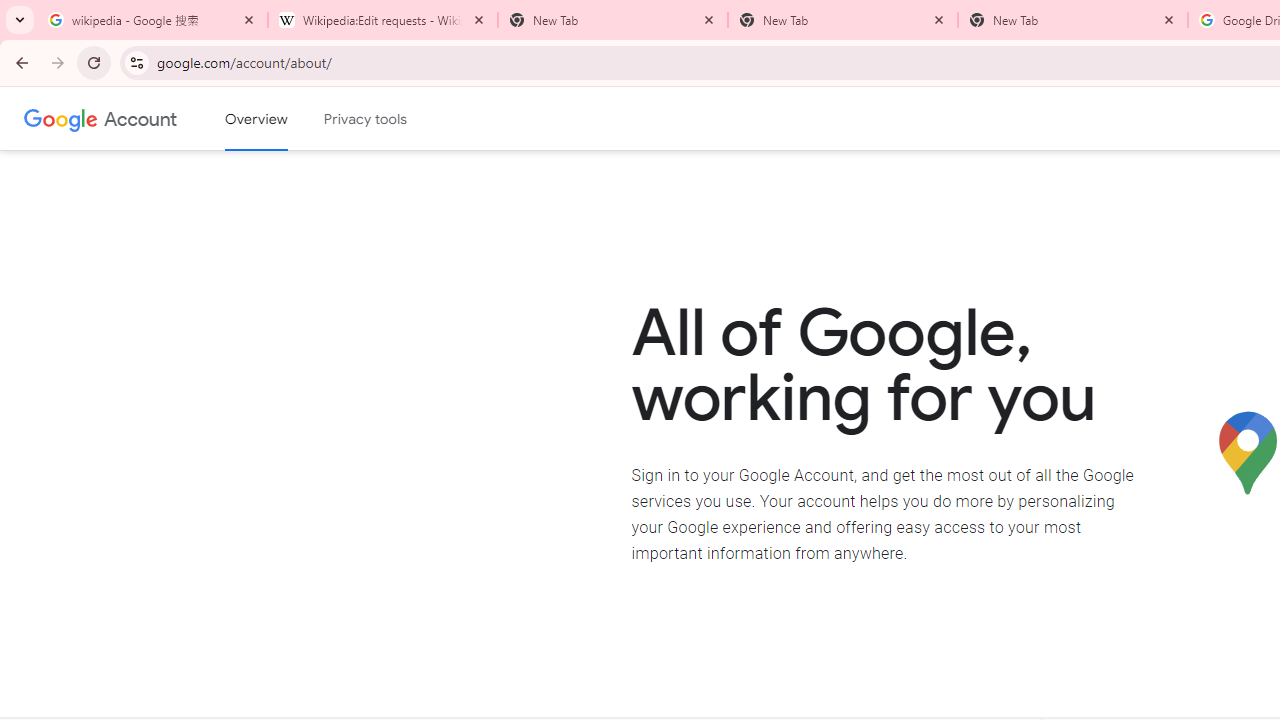 The height and width of the screenshot is (720, 1280). What do you see at coordinates (382, 20) in the screenshot?
I see `'Wikipedia:Edit requests - Wikipedia'` at bounding box center [382, 20].